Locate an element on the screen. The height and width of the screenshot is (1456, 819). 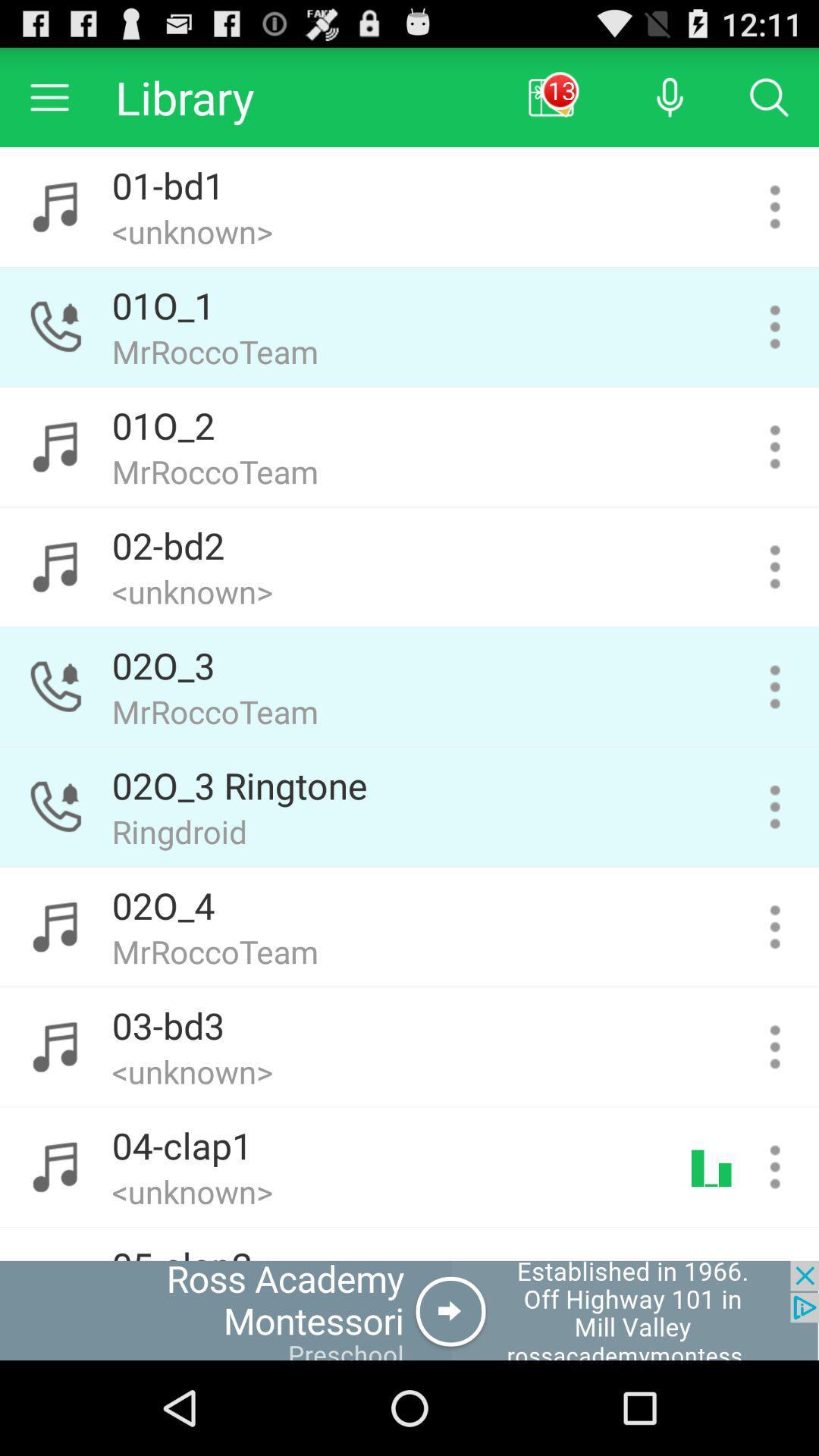
the search icon is located at coordinates (769, 103).